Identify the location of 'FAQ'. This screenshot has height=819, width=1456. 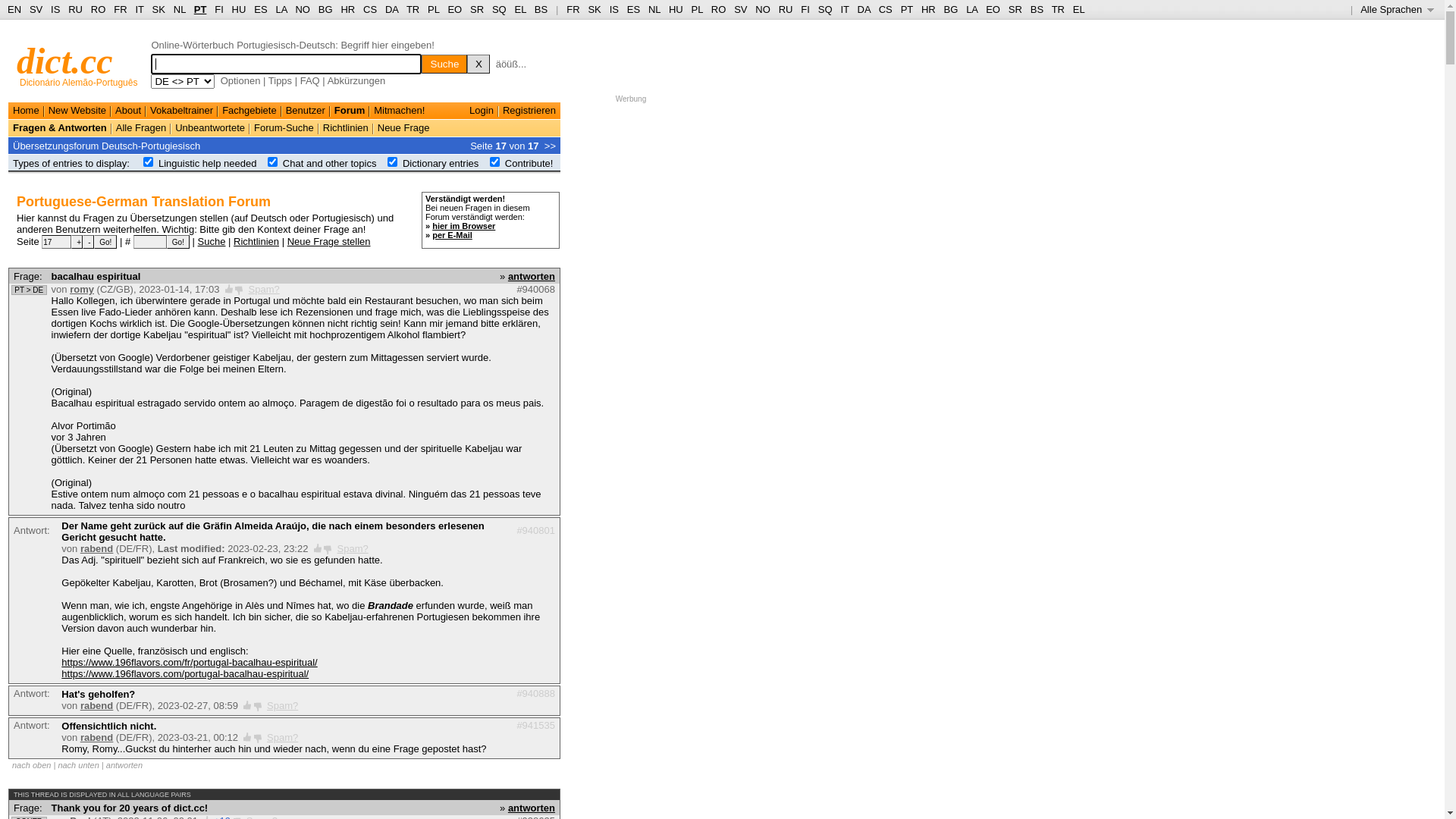
(309, 80).